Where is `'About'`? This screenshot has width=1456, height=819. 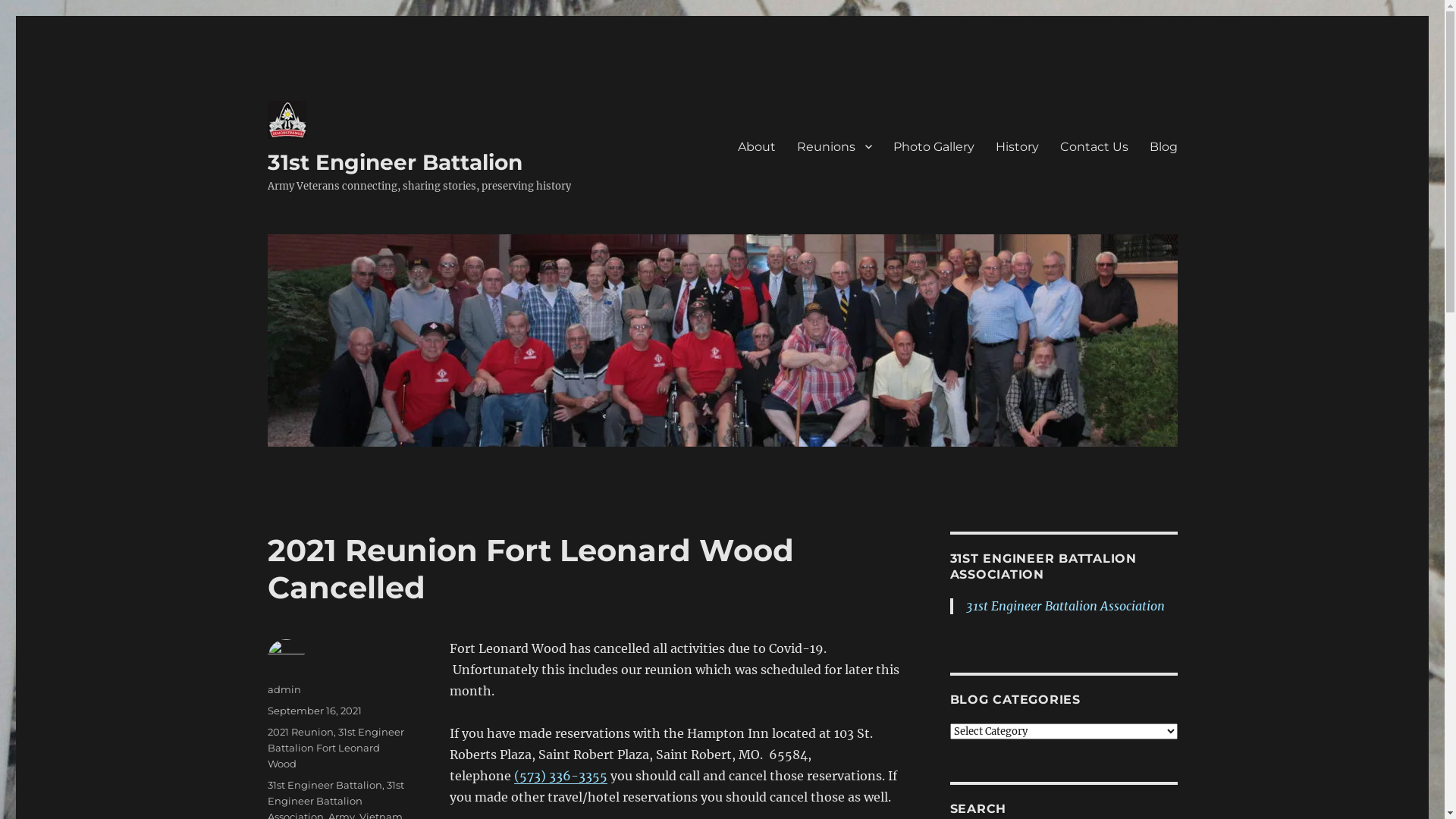 'About' is located at coordinates (756, 146).